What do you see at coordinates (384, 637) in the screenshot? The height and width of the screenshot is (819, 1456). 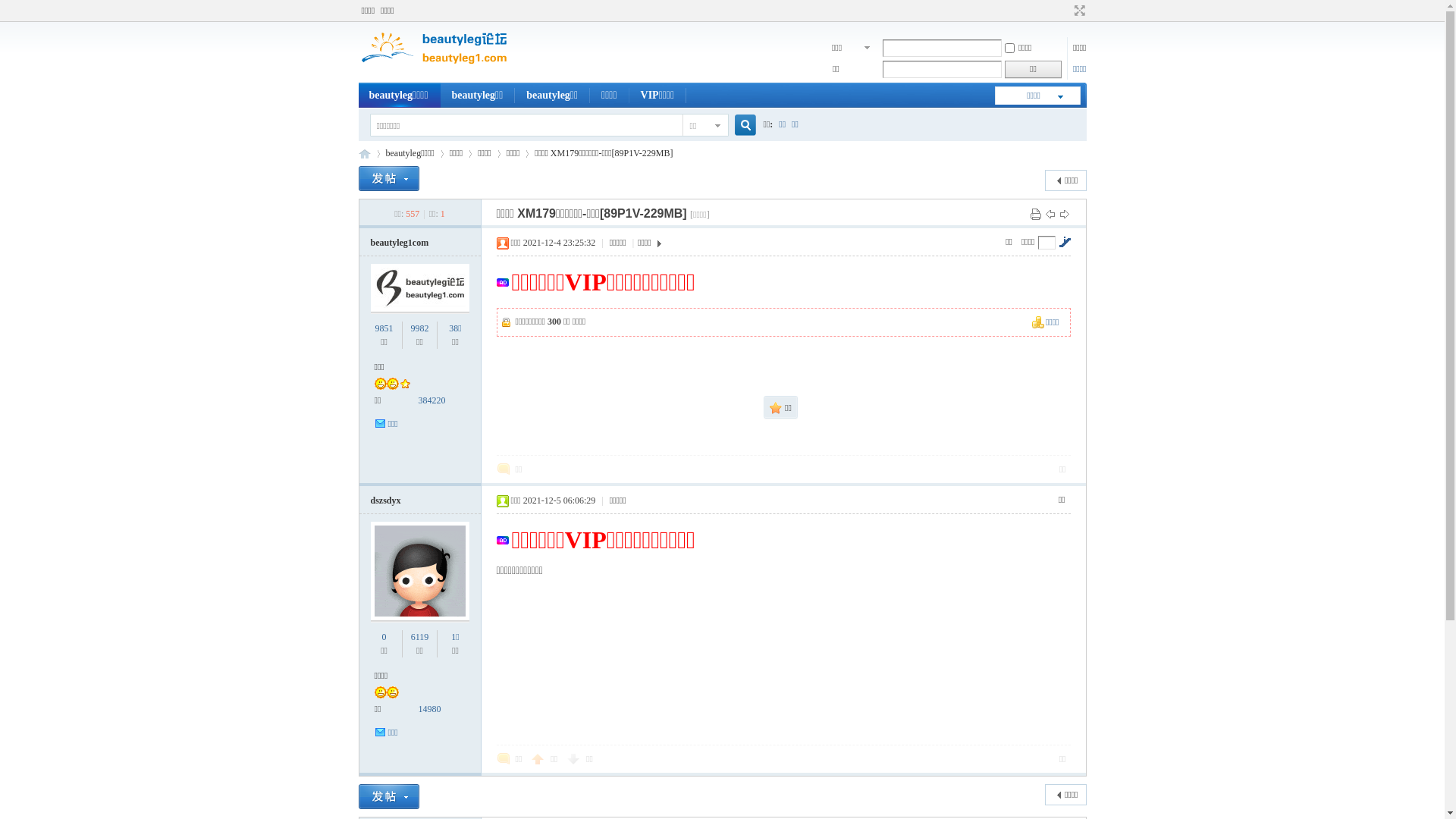 I see `'0'` at bounding box center [384, 637].